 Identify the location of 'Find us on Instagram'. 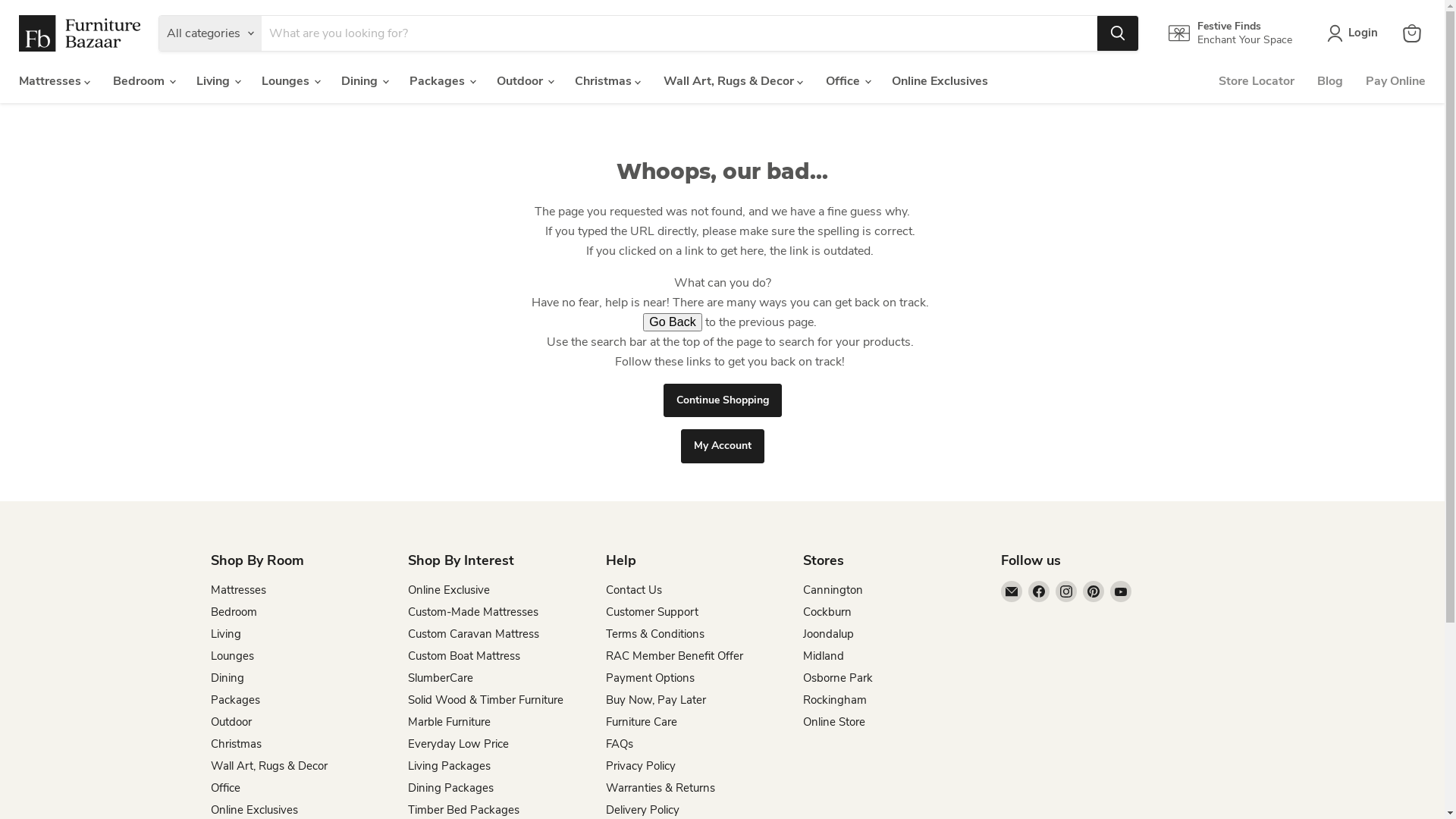
(1065, 590).